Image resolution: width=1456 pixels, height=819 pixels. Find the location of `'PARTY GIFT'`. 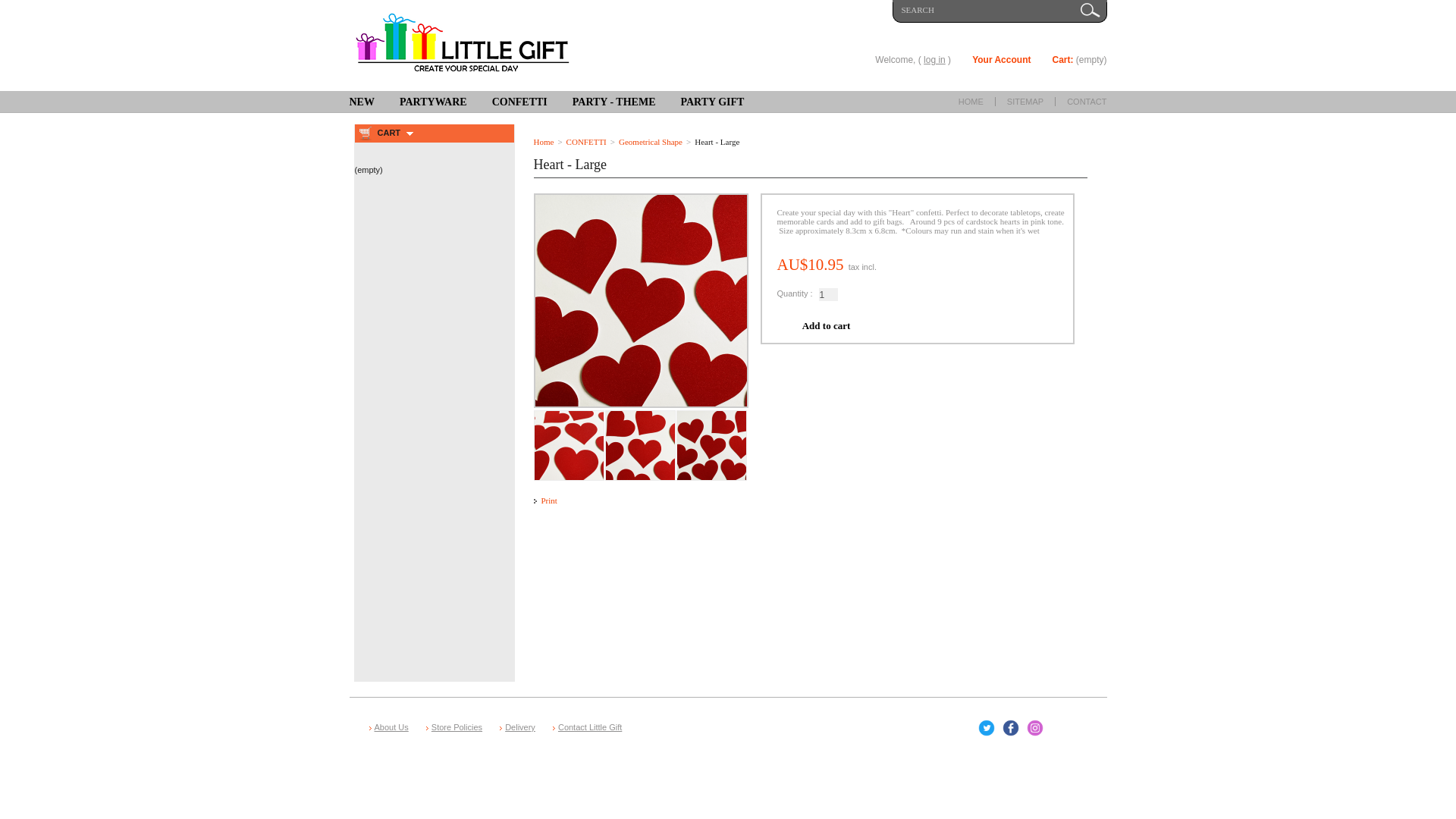

'PARTY GIFT' is located at coordinates (711, 102).